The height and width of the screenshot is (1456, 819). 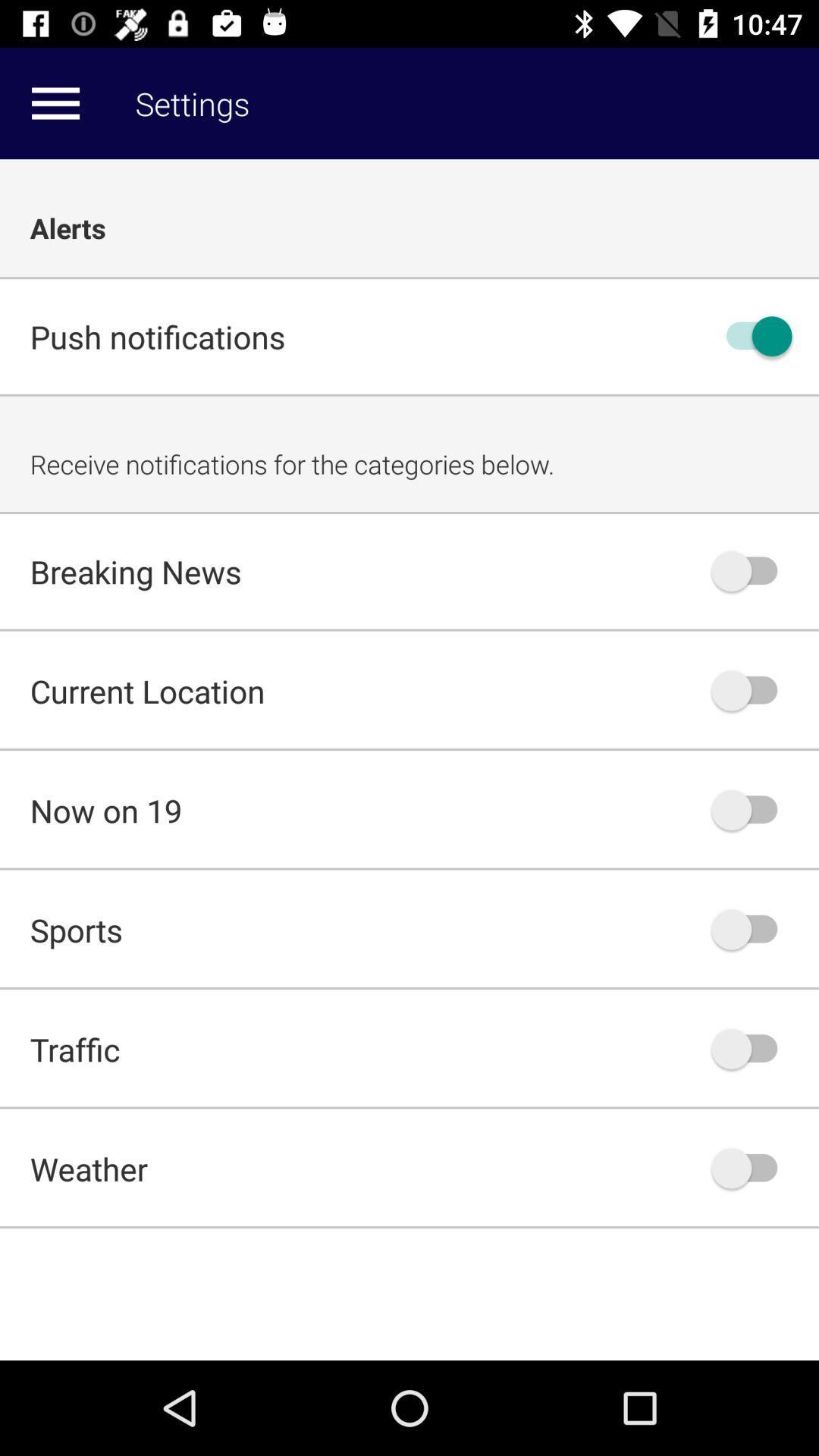 I want to click on on/off button, so click(x=752, y=809).